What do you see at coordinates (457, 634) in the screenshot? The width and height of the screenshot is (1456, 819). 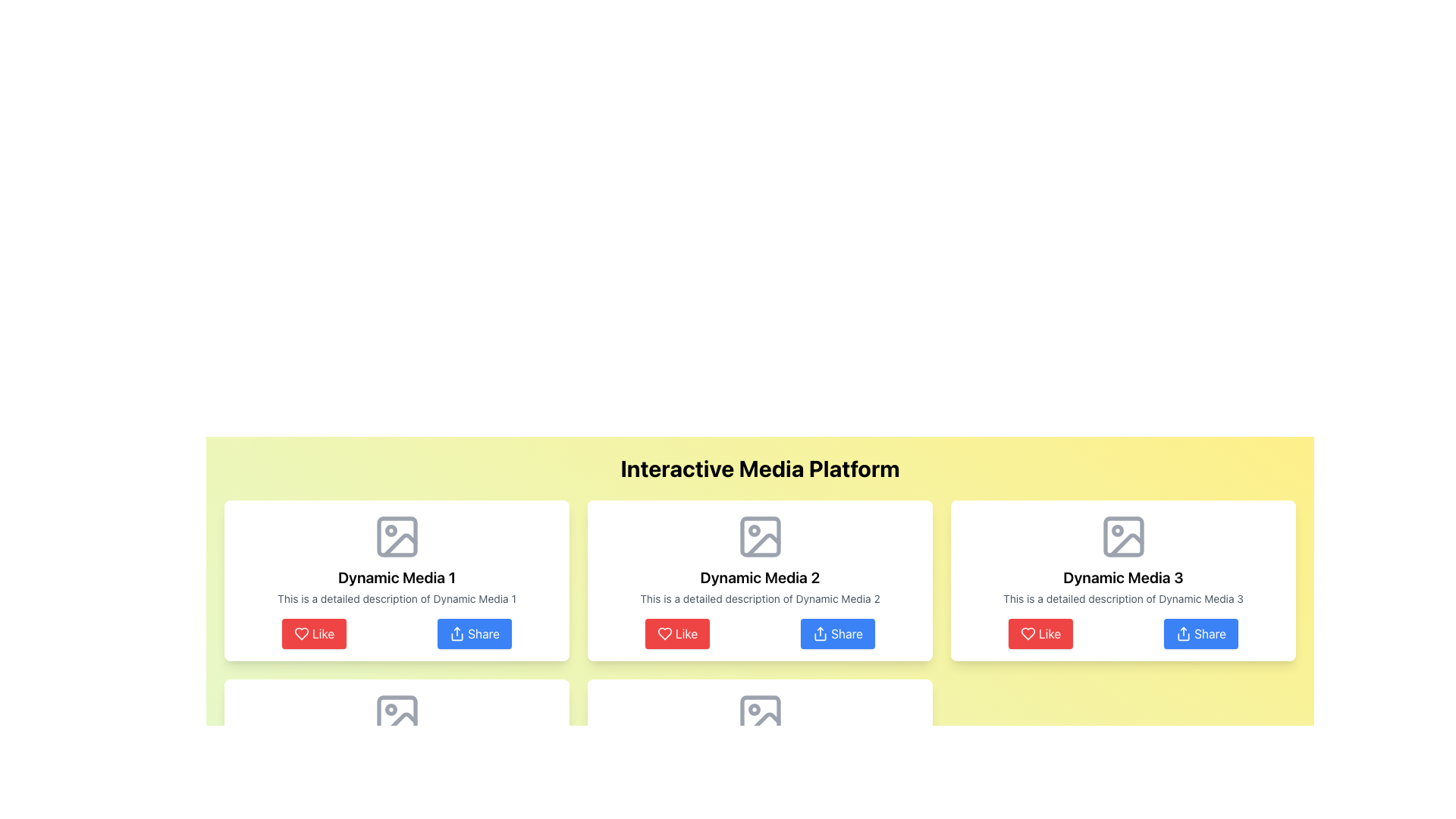 I see `the 'Share' icon inside the rounded rectangular button` at bounding box center [457, 634].